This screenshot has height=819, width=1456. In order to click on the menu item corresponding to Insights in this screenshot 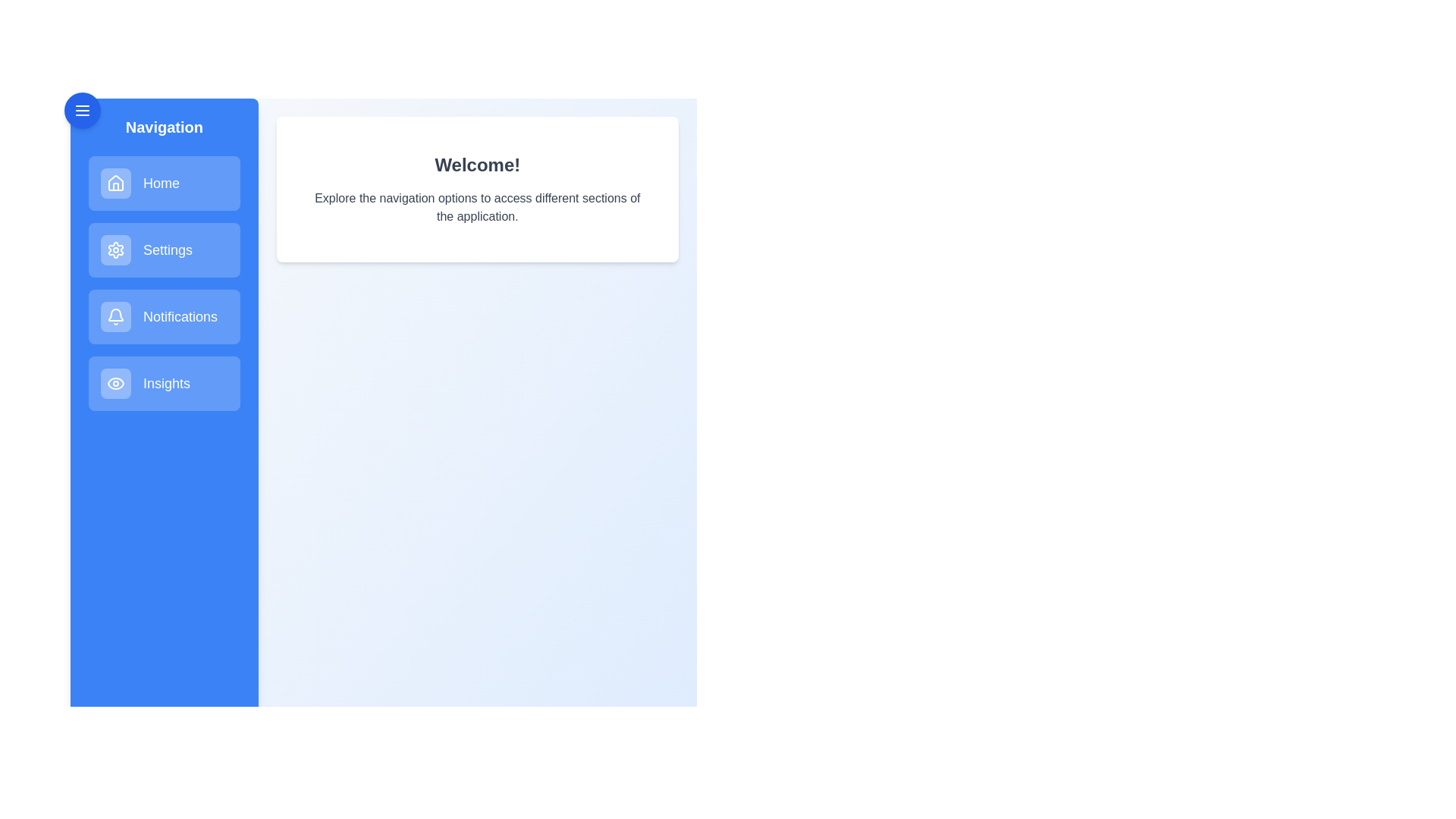, I will do `click(164, 382)`.